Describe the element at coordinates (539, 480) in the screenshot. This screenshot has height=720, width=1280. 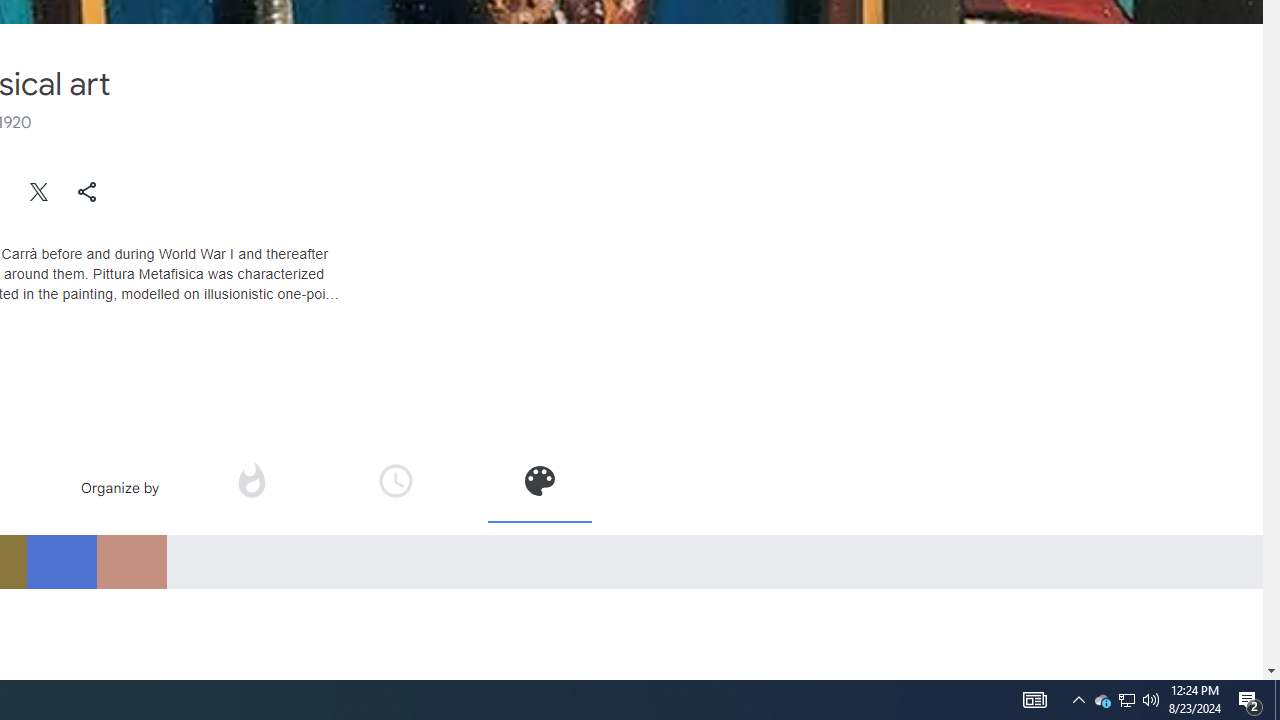
I see `'Organize by color'` at that location.